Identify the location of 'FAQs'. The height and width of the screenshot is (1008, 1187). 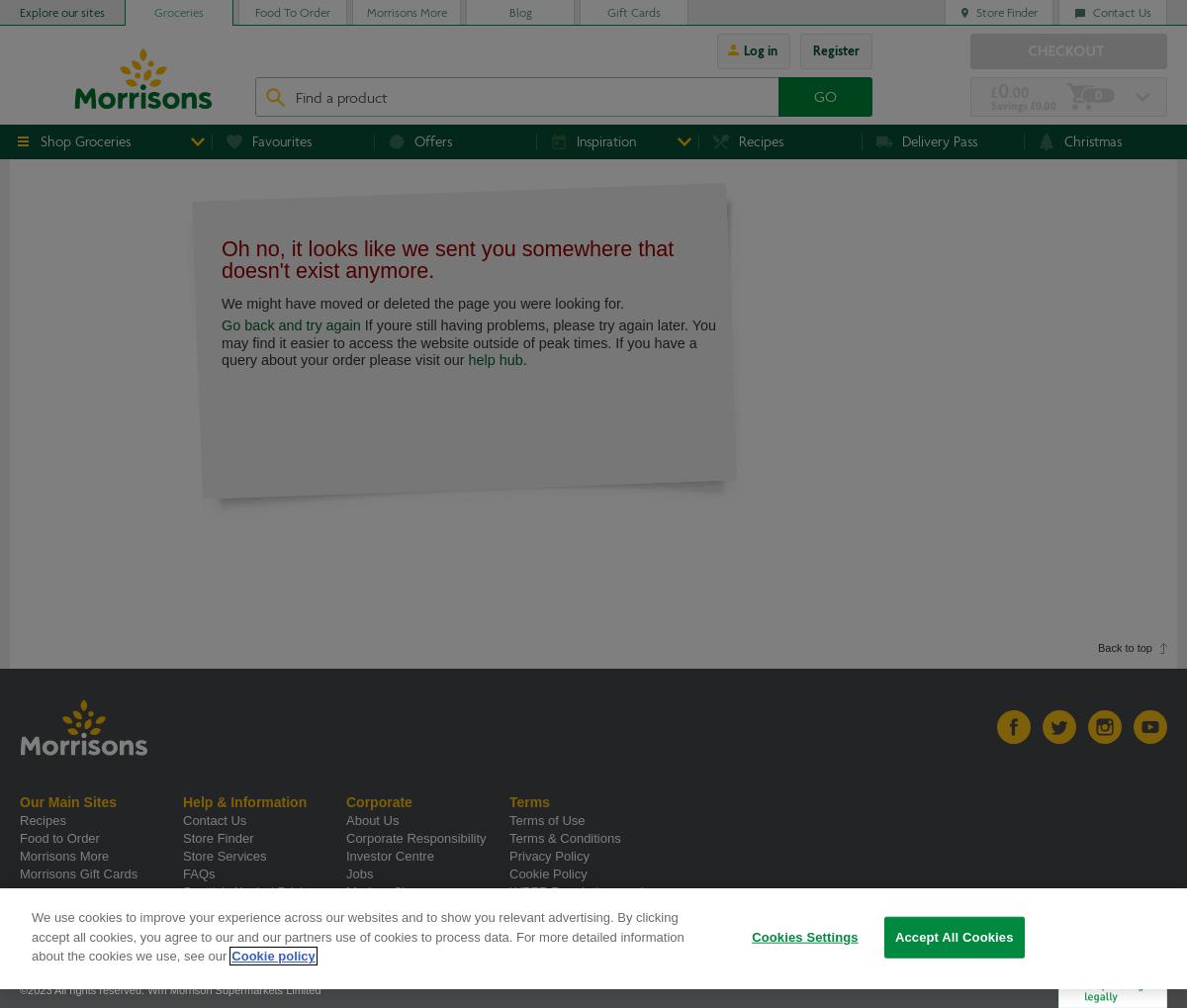
(198, 873).